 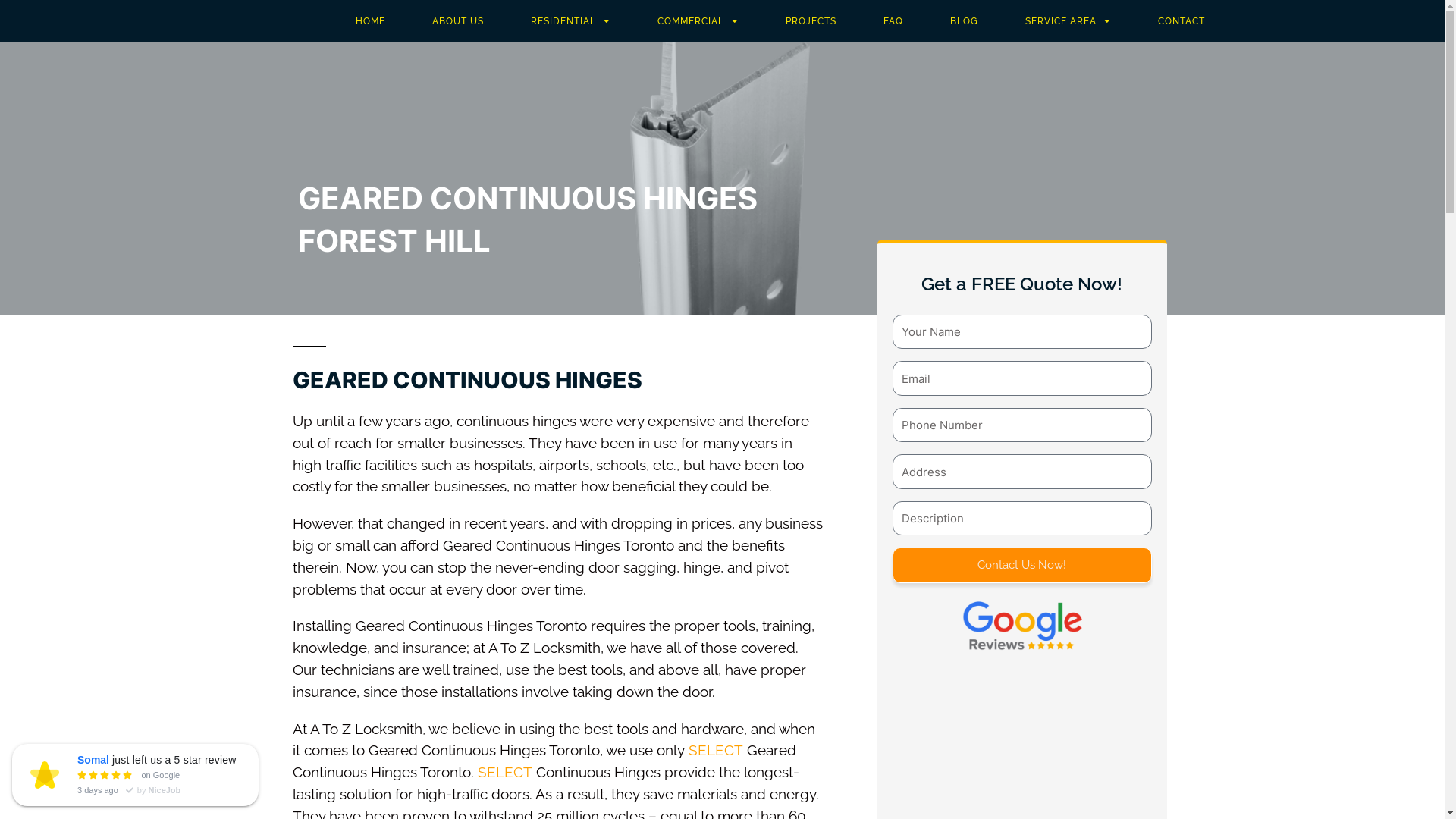 What do you see at coordinates (457, 20) in the screenshot?
I see `'ABOUT US'` at bounding box center [457, 20].